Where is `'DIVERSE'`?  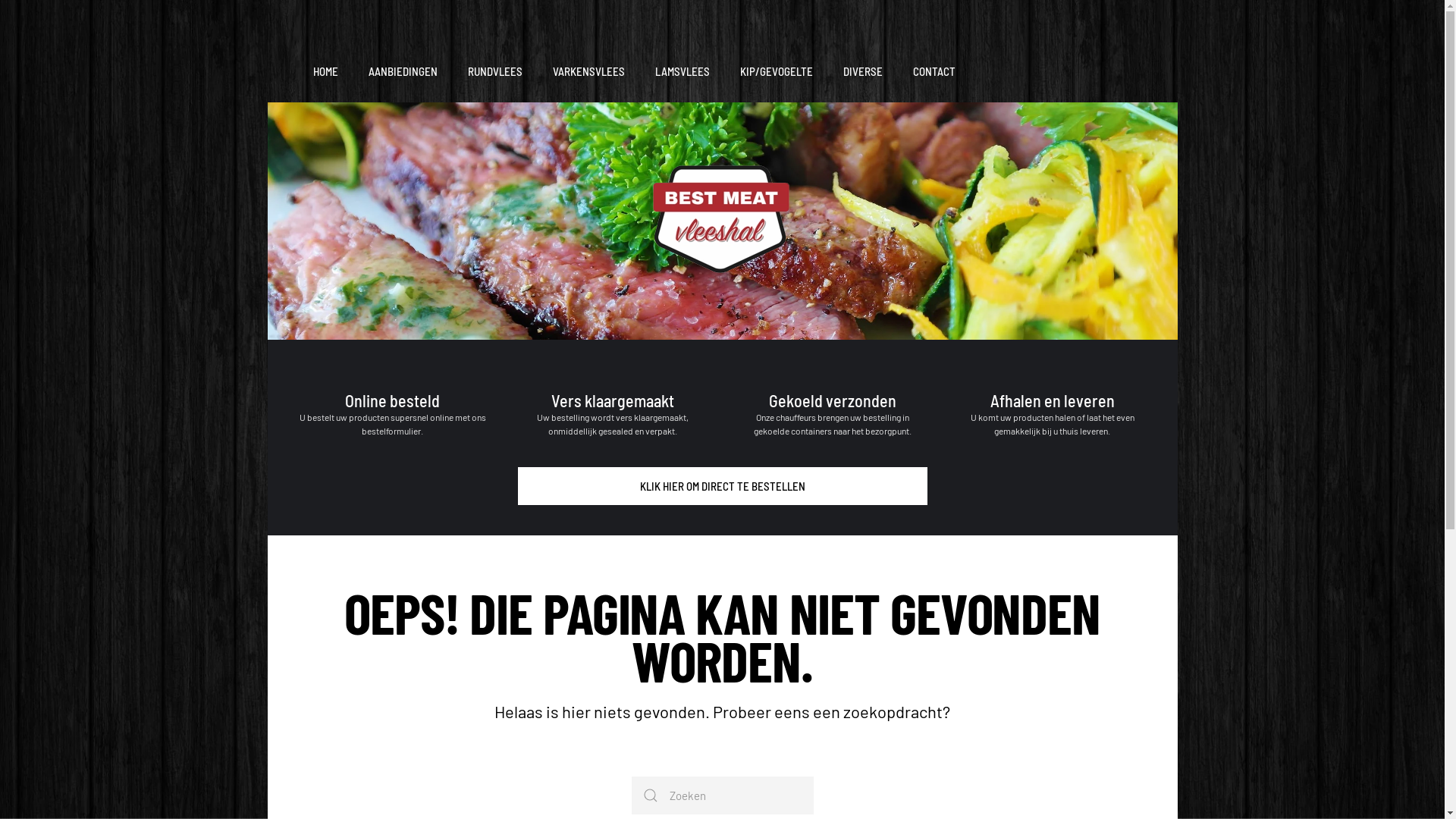 'DIVERSE' is located at coordinates (862, 72).